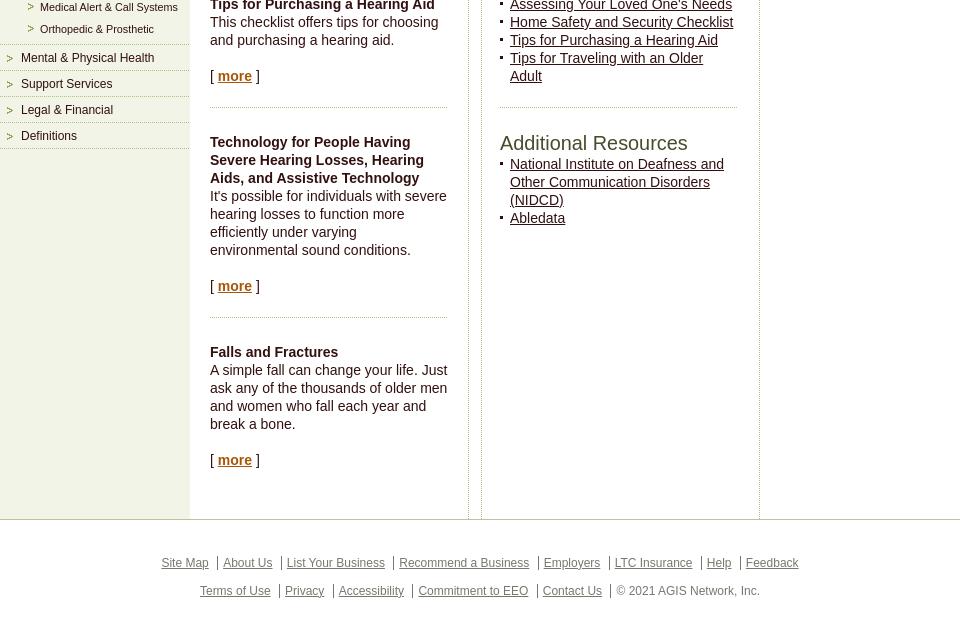 The height and width of the screenshot is (620, 960). Describe the element at coordinates (66, 84) in the screenshot. I see `'Support Services'` at that location.